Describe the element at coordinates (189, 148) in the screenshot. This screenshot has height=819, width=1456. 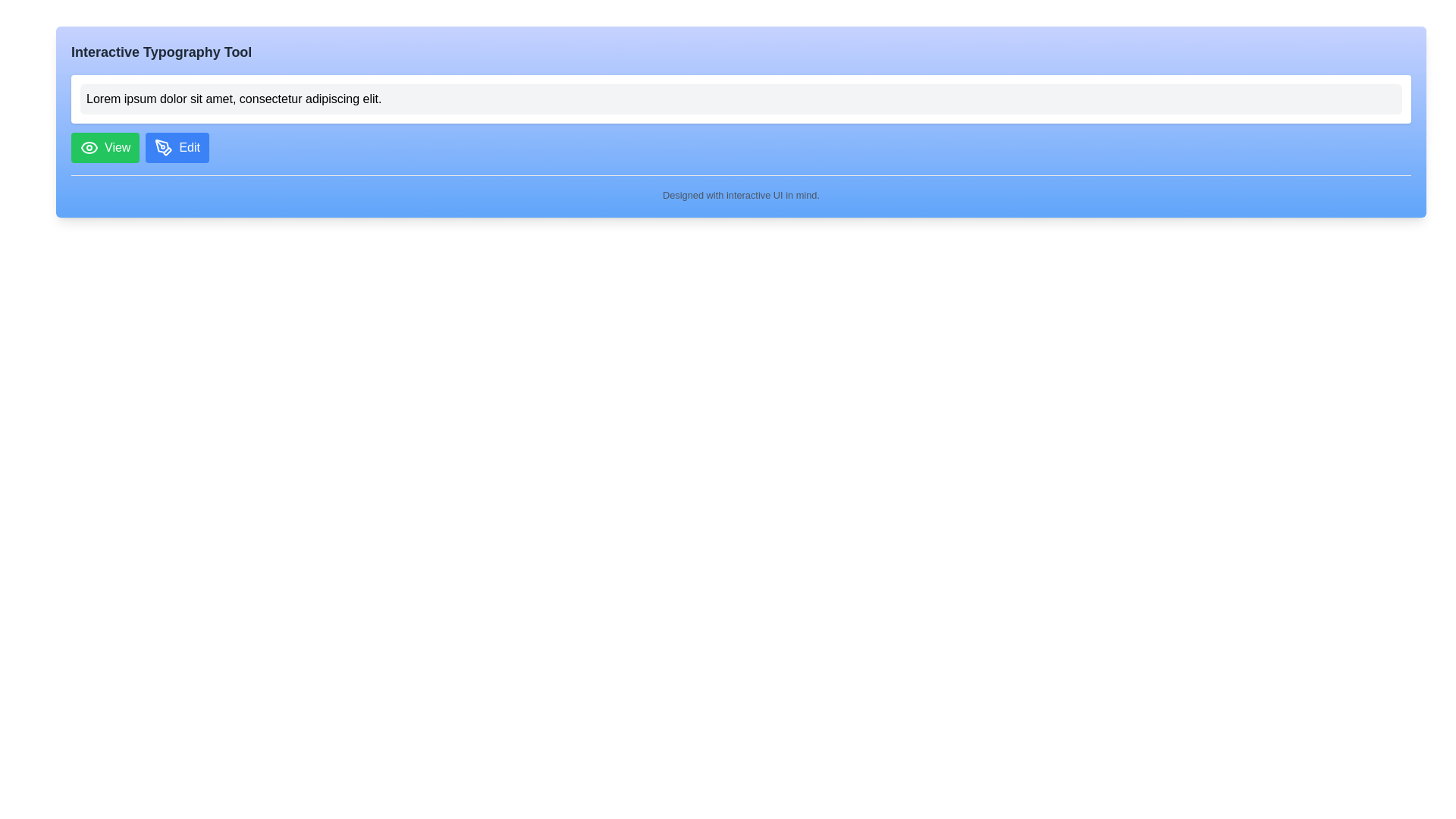
I see `text content of the 'Edit' label which is styled with white text on a blue background and is part of a button with rounded corners` at that location.